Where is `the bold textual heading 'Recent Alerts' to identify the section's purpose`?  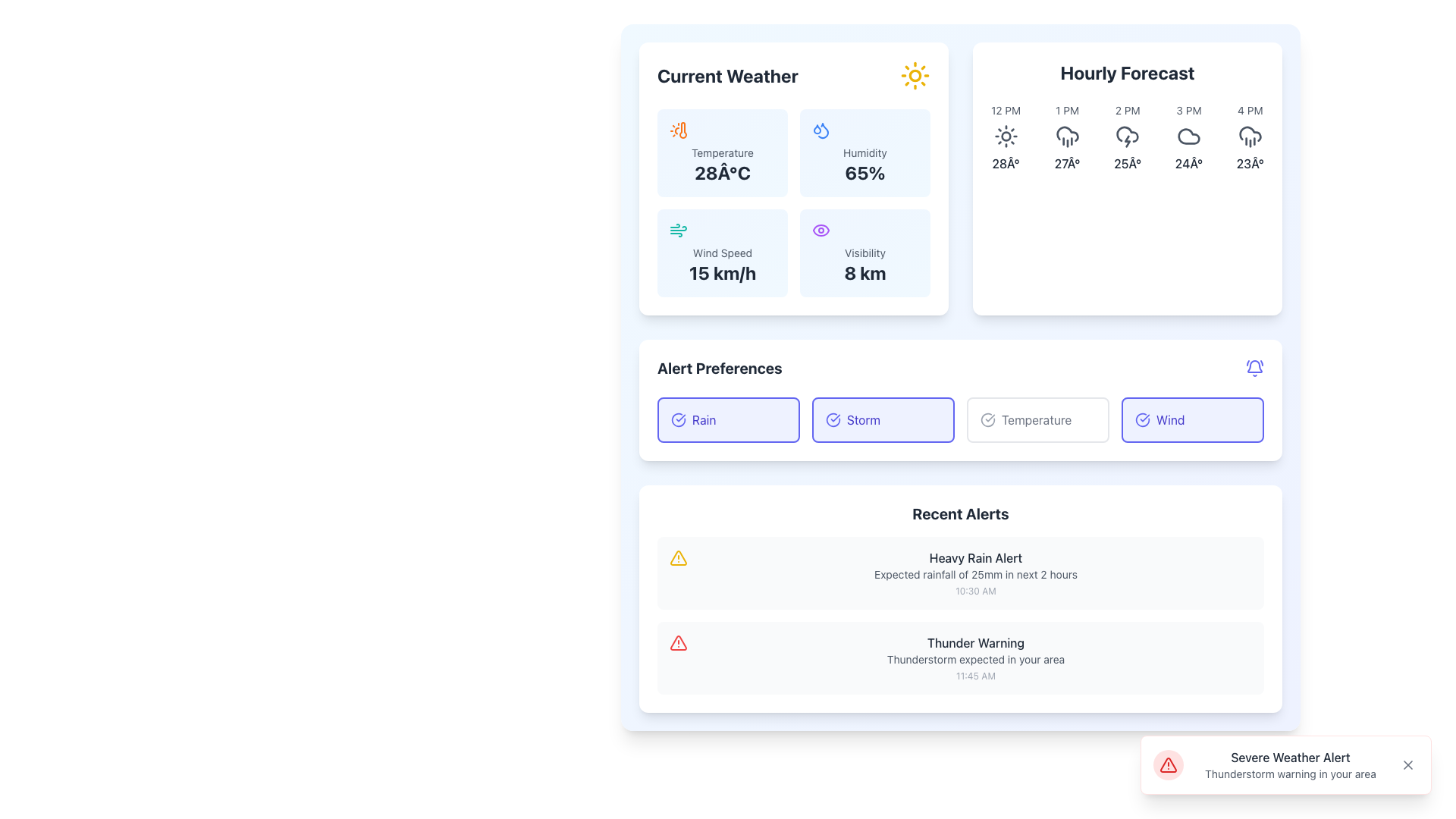
the bold textual heading 'Recent Alerts' to identify the section's purpose is located at coordinates (960, 513).